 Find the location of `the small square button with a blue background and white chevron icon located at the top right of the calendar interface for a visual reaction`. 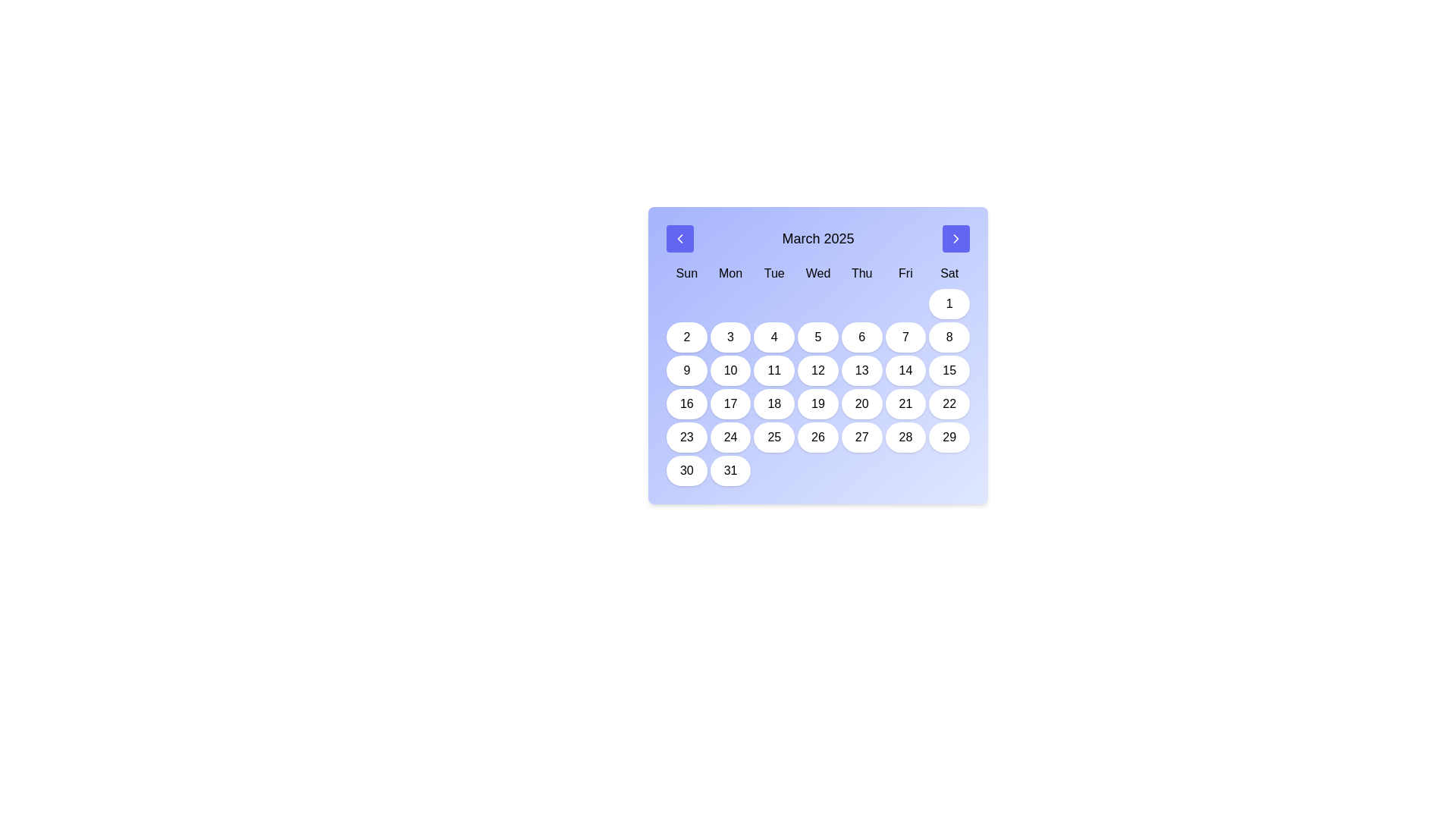

the small square button with a blue background and white chevron icon located at the top right of the calendar interface for a visual reaction is located at coordinates (955, 239).